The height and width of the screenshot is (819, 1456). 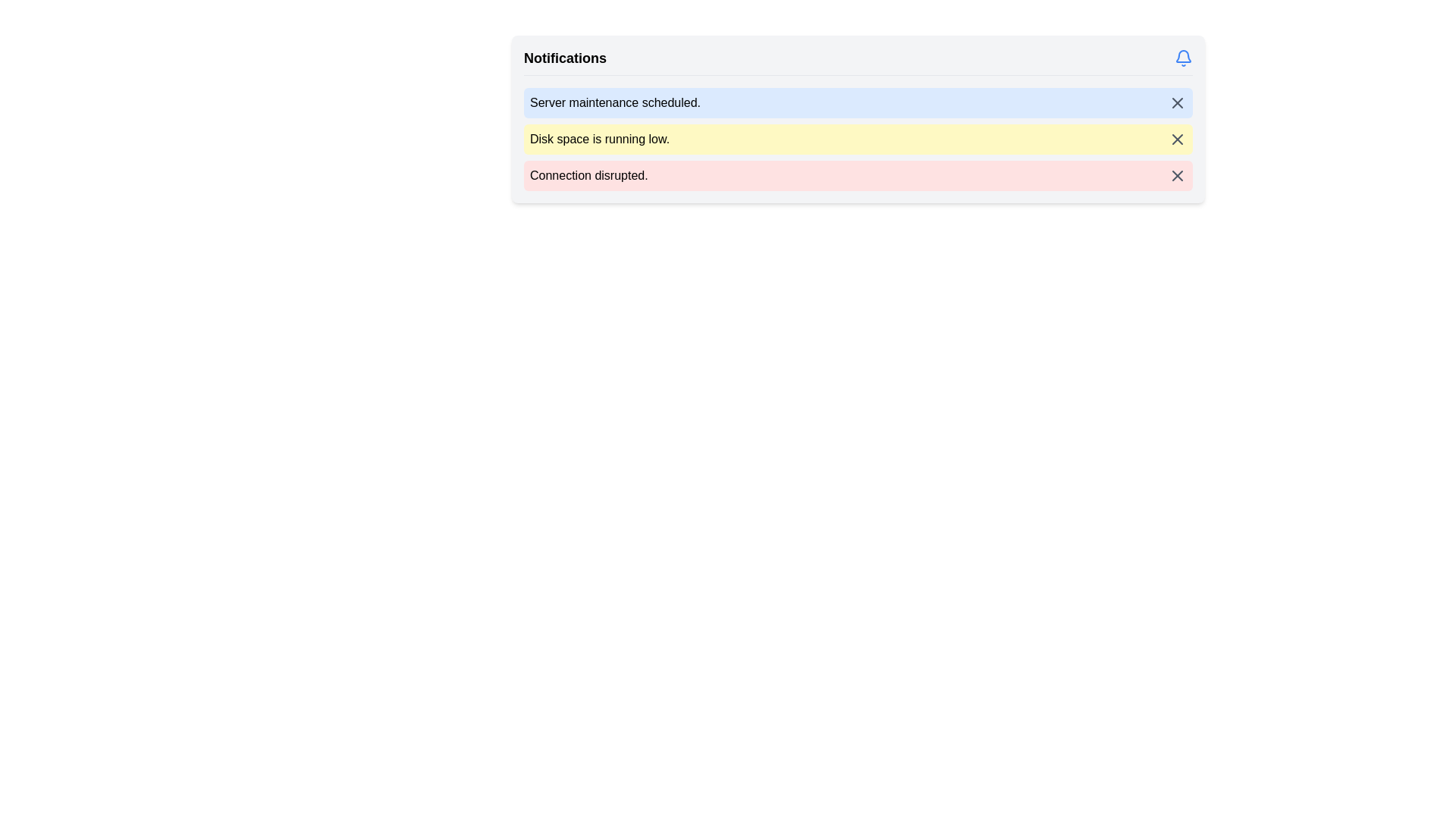 I want to click on notification text from the notification item with a light blue background that states 'Server maintenance scheduled.', so click(x=858, y=118).